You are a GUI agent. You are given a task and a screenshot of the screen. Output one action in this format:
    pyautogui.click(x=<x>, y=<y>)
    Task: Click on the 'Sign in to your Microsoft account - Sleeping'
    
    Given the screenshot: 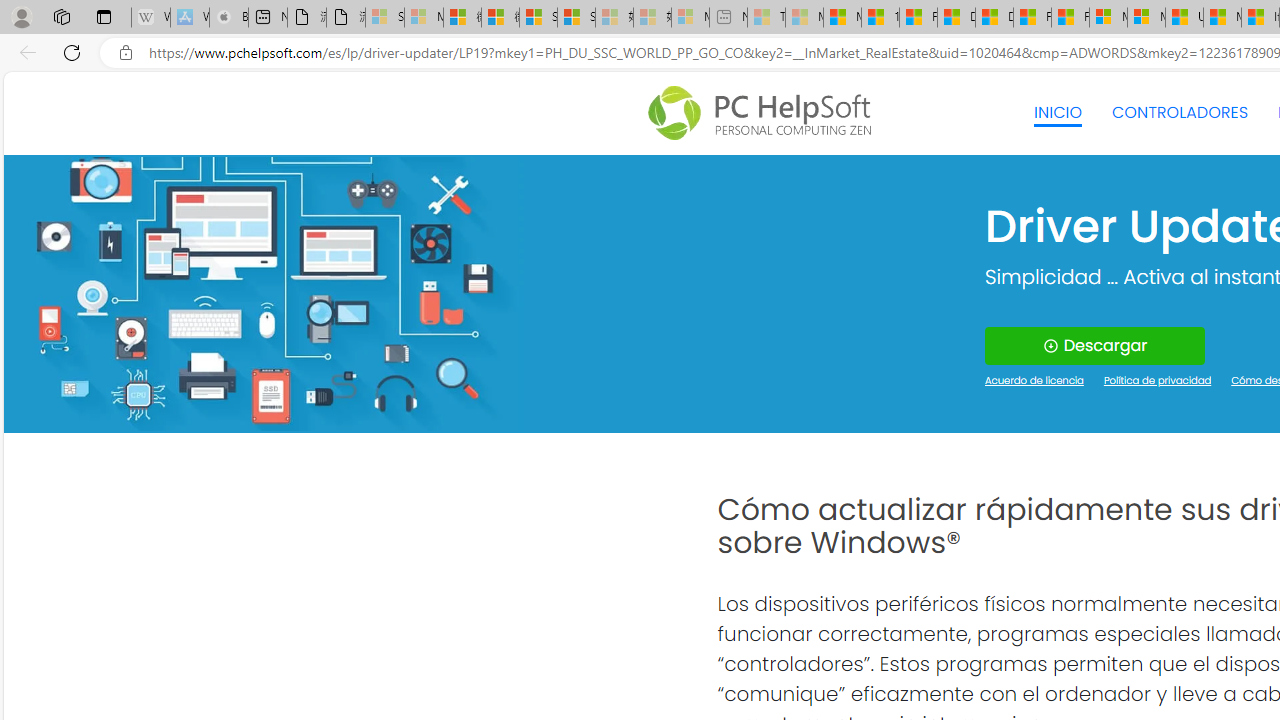 What is the action you would take?
    pyautogui.click(x=385, y=17)
    